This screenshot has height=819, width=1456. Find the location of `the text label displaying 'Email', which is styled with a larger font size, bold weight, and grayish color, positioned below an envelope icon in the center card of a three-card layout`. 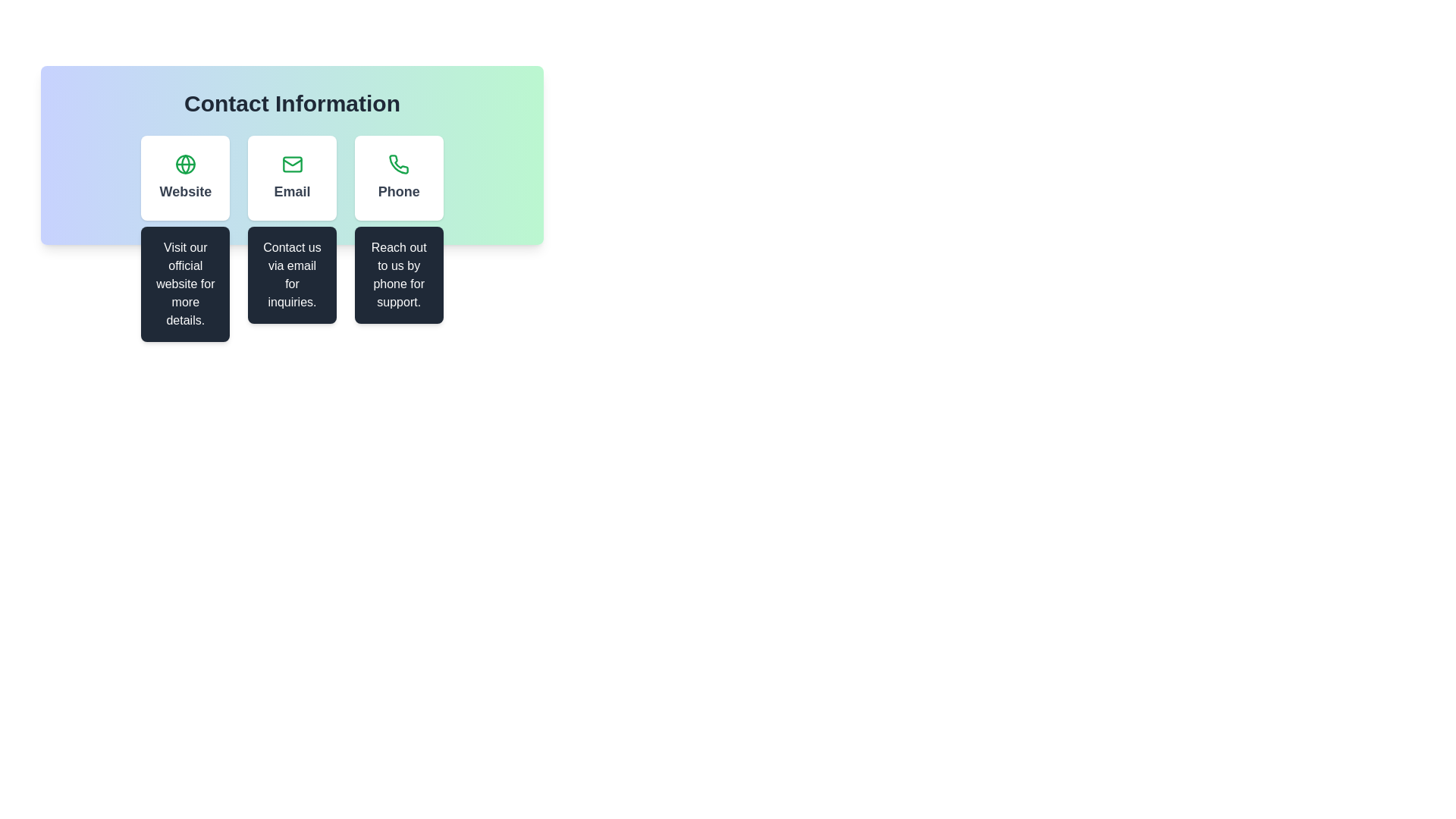

the text label displaying 'Email', which is styled with a larger font size, bold weight, and grayish color, positioned below an envelope icon in the center card of a three-card layout is located at coordinates (292, 191).